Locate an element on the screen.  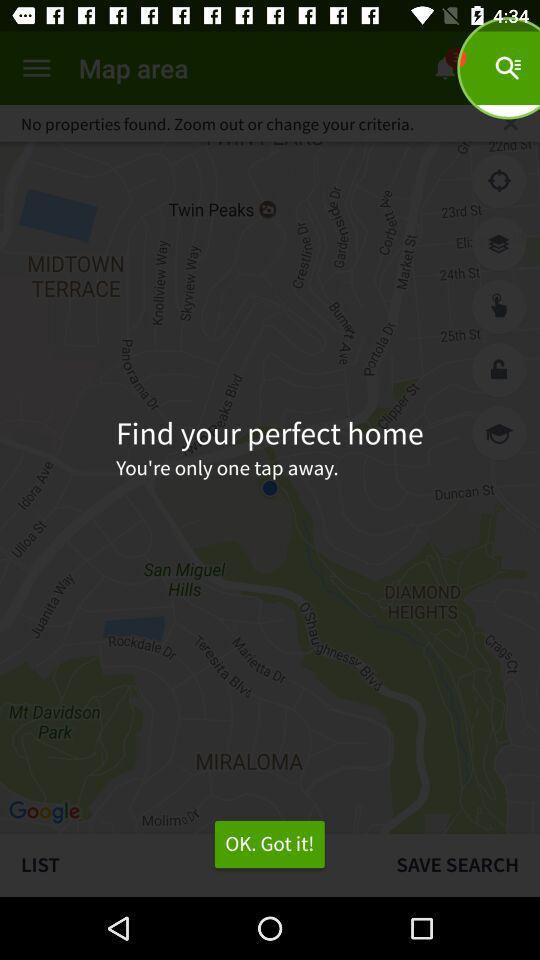
menu is located at coordinates (36, 68).